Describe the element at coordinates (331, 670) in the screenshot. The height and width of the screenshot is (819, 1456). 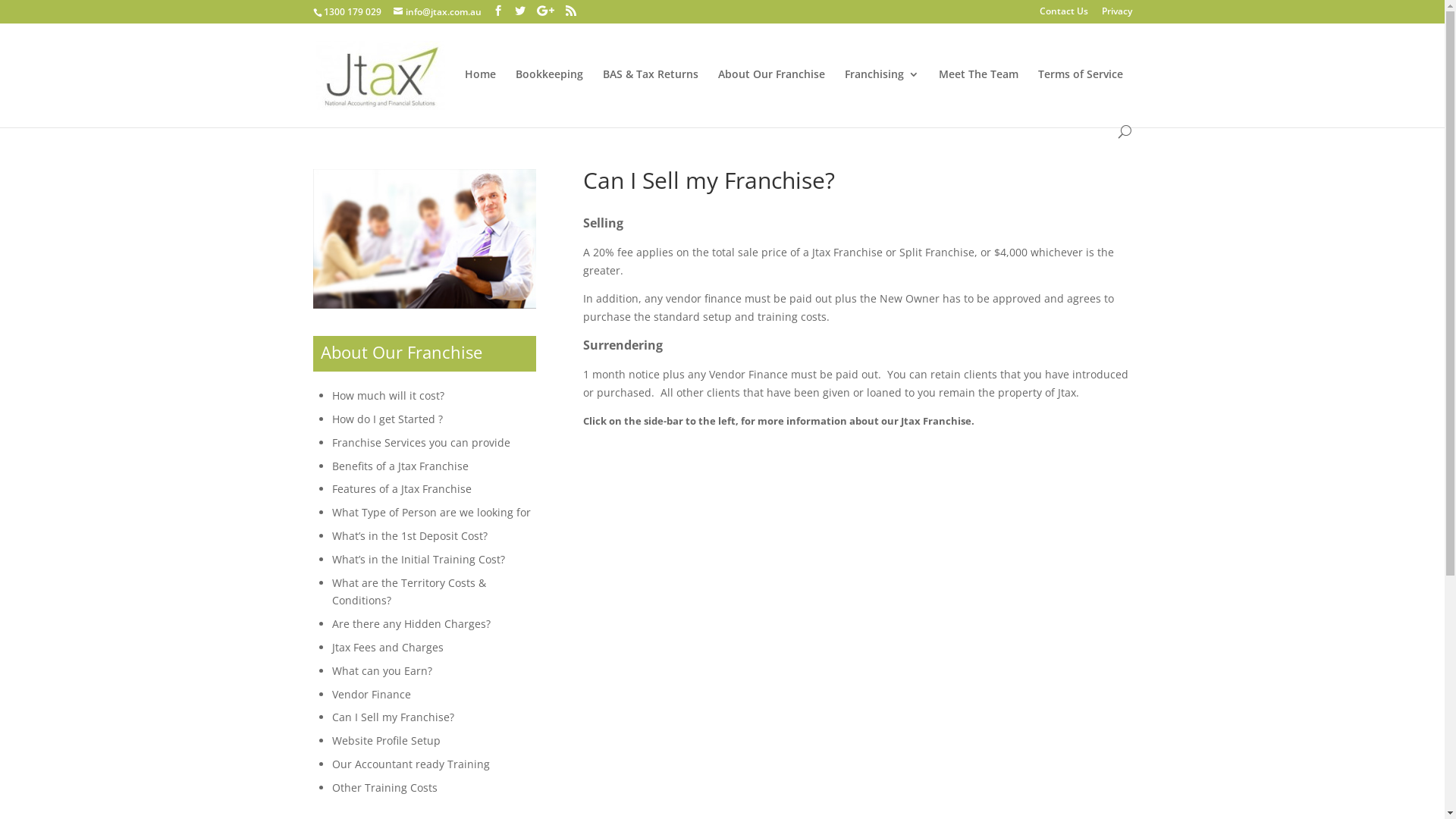
I see `'What can you Earn?'` at that location.